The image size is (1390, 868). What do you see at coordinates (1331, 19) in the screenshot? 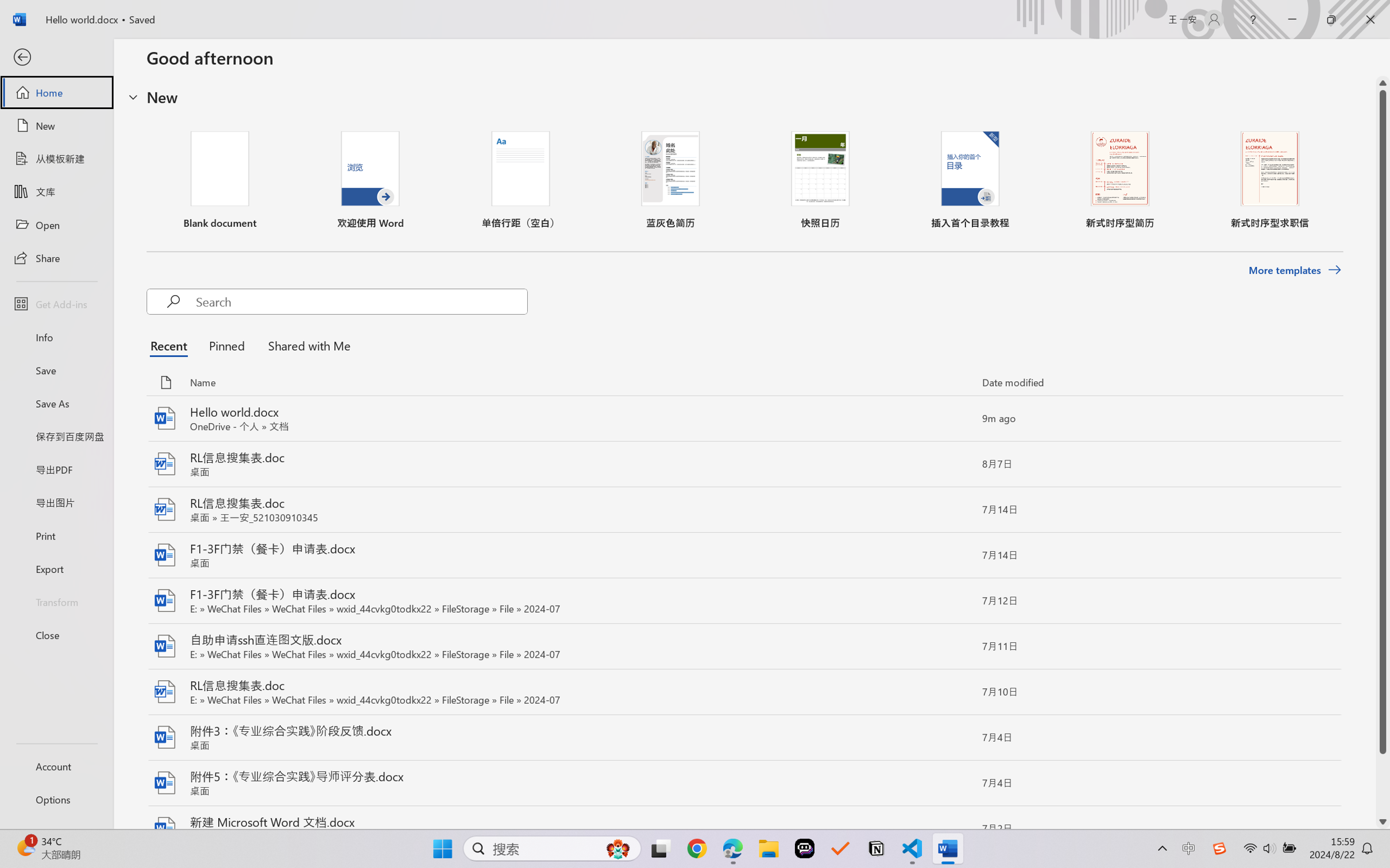
I see `'Restore Down'` at bounding box center [1331, 19].